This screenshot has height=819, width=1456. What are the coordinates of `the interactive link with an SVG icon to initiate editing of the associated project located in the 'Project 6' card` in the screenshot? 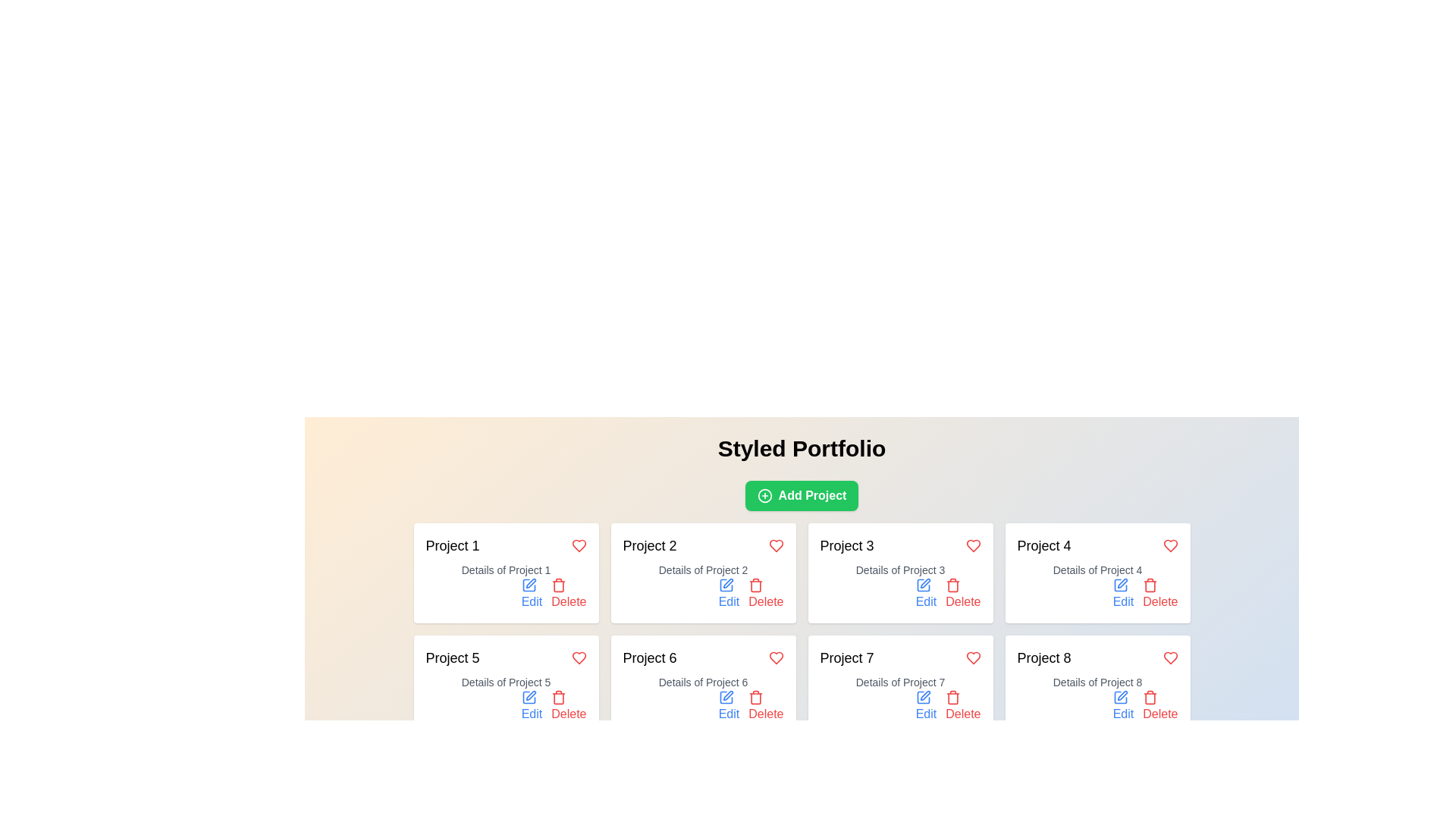 It's located at (729, 707).